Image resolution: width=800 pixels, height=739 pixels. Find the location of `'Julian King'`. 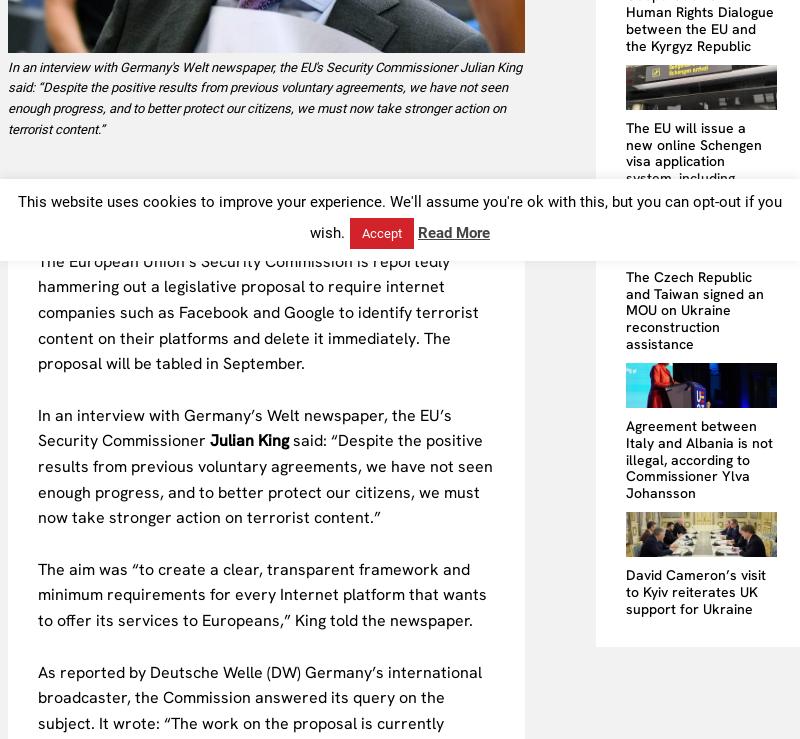

'Julian King' is located at coordinates (248, 440).